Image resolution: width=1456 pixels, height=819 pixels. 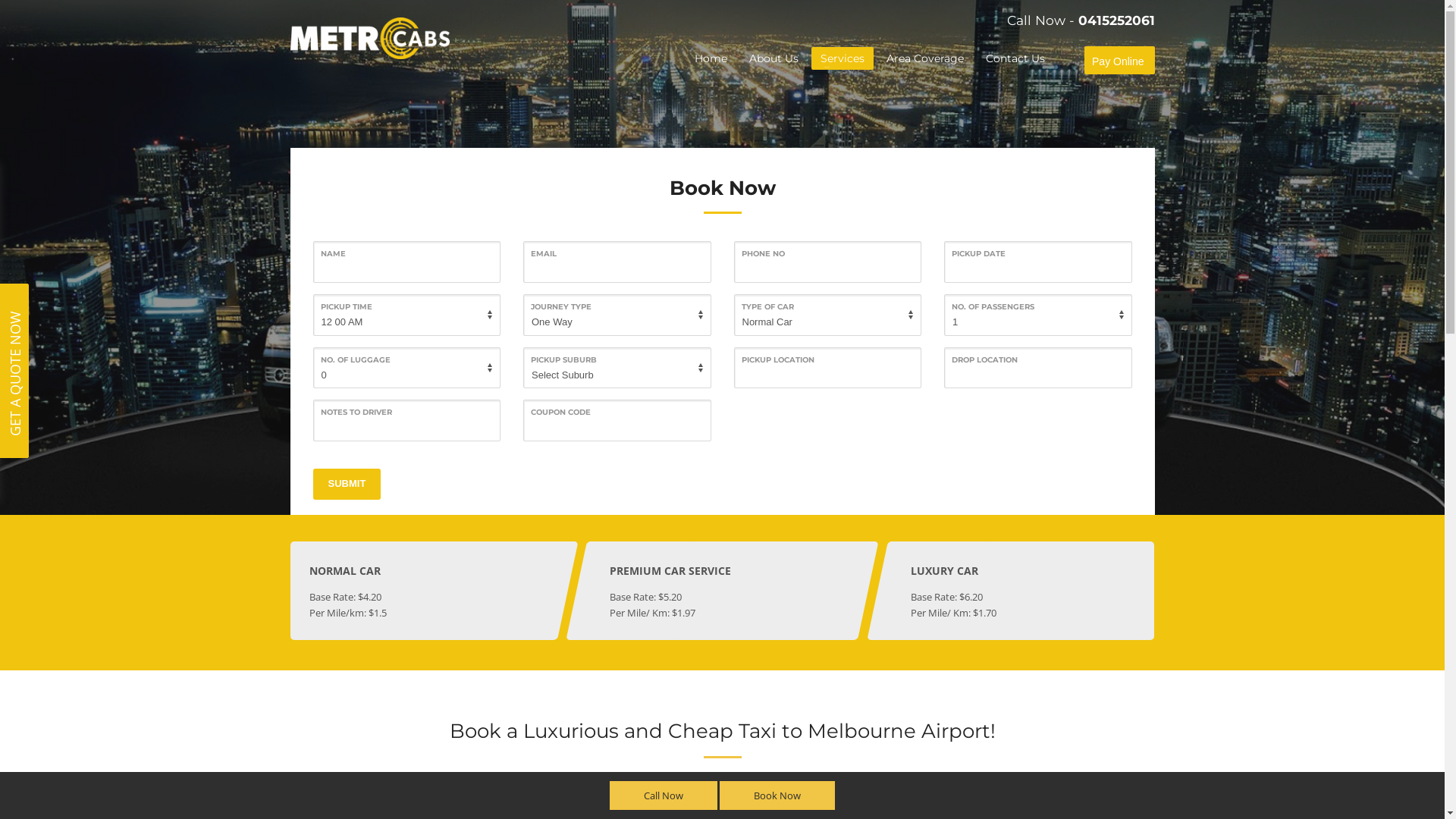 I want to click on 'Area Coverage', so click(x=877, y=58).